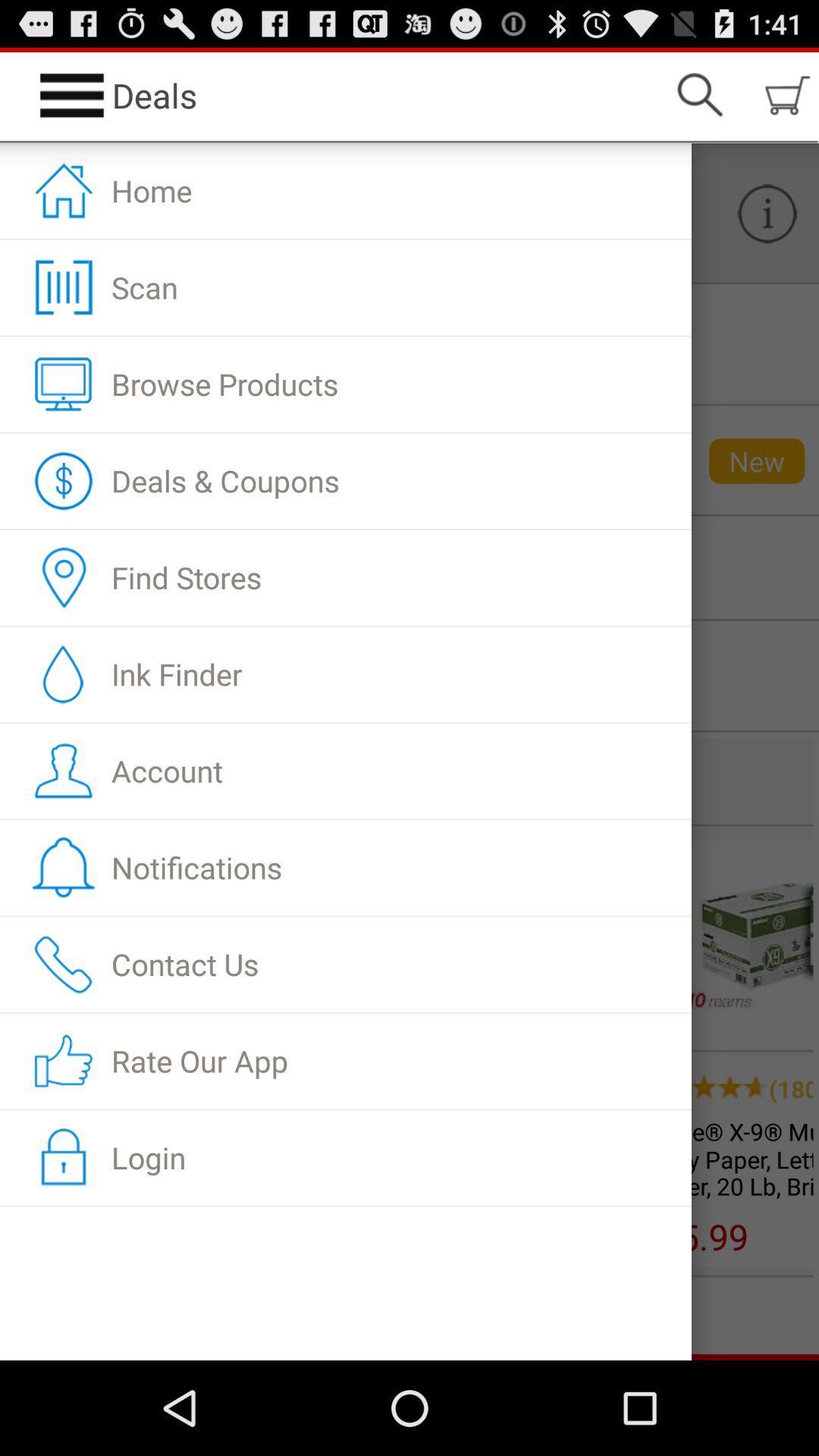  What do you see at coordinates (72, 94) in the screenshot?
I see `the icon which is left to the text deals` at bounding box center [72, 94].